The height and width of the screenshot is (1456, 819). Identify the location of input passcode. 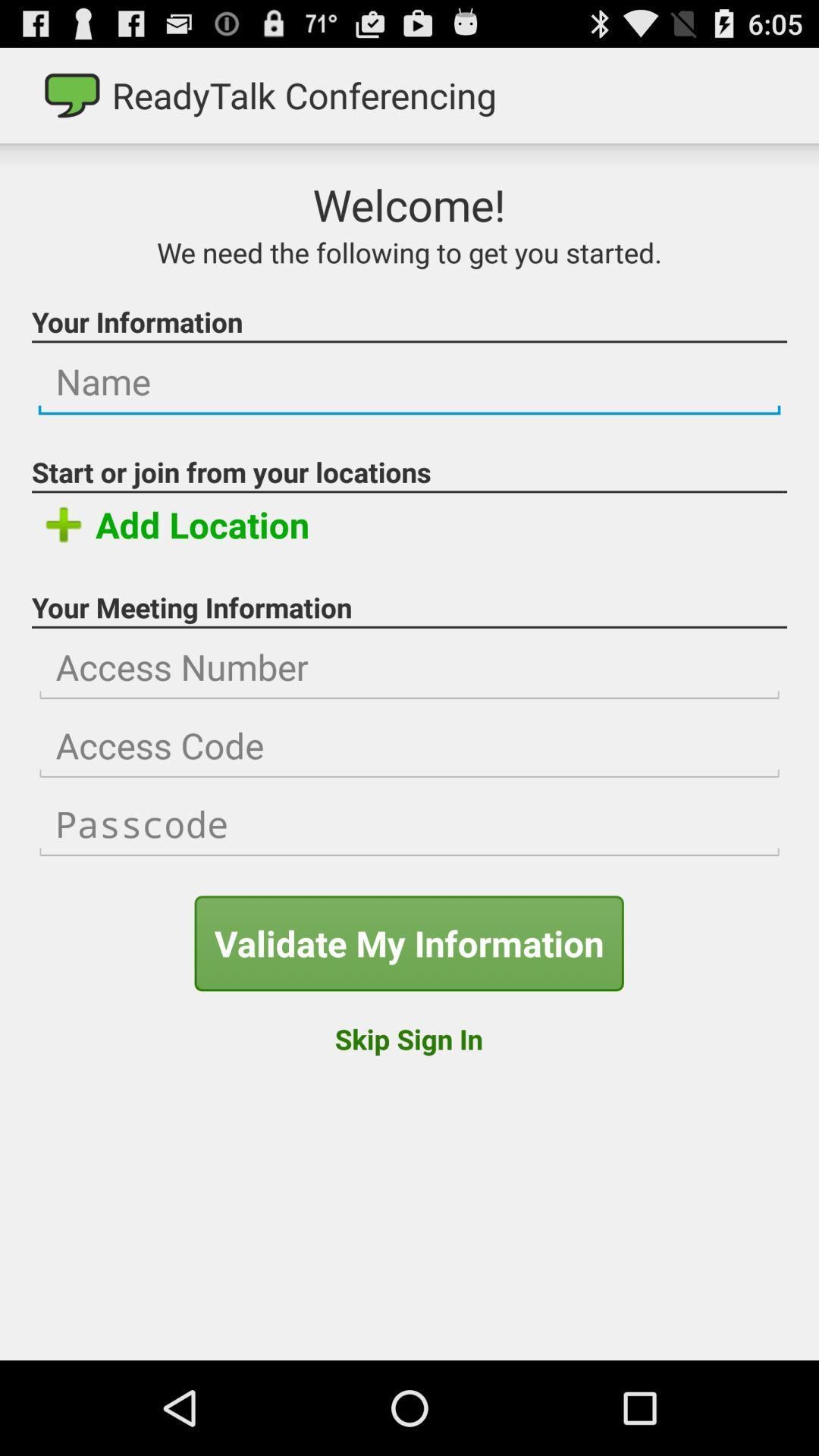
(409, 824).